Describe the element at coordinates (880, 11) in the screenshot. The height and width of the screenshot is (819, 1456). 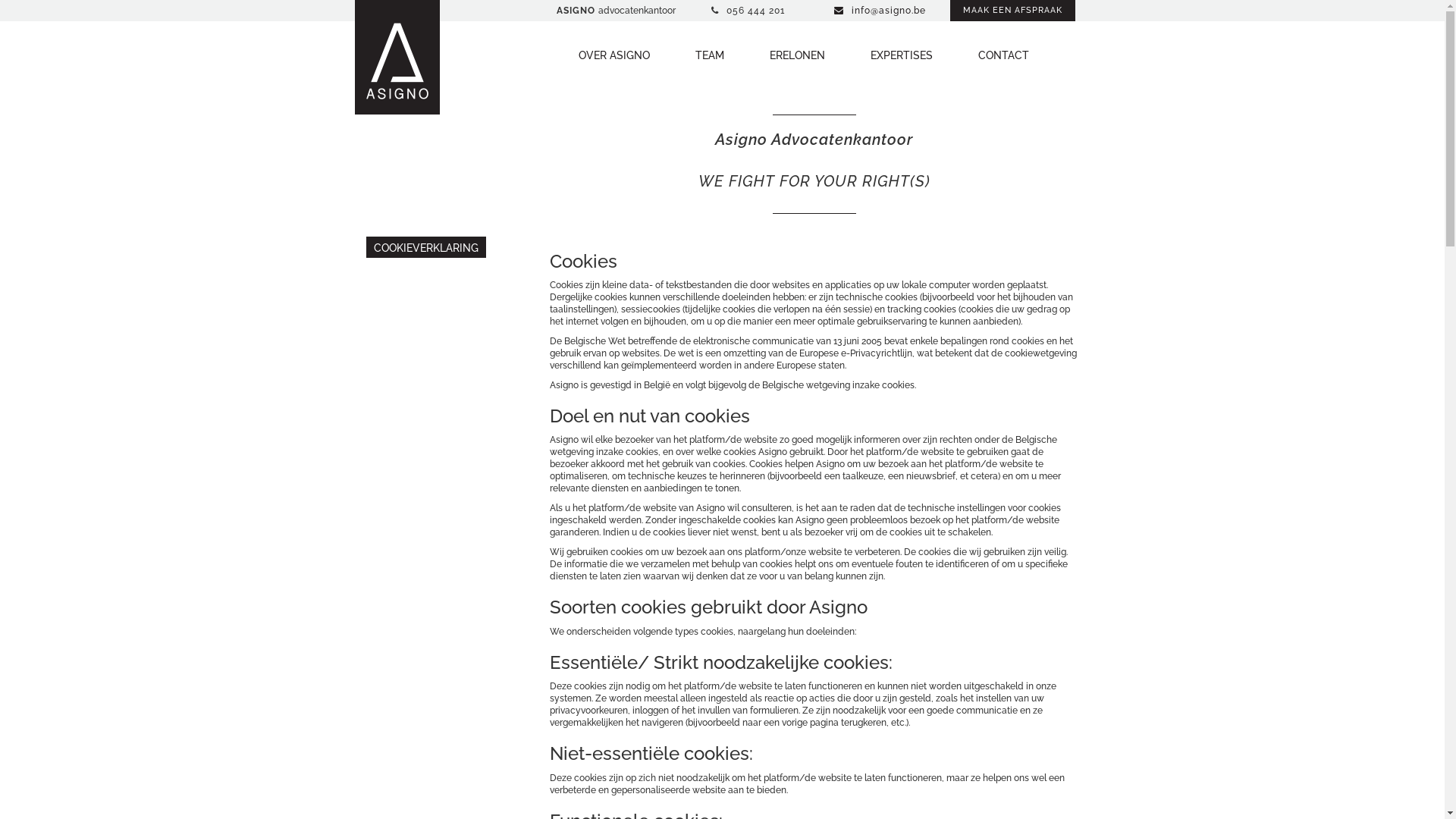
I see `'info@asigno.be'` at that location.